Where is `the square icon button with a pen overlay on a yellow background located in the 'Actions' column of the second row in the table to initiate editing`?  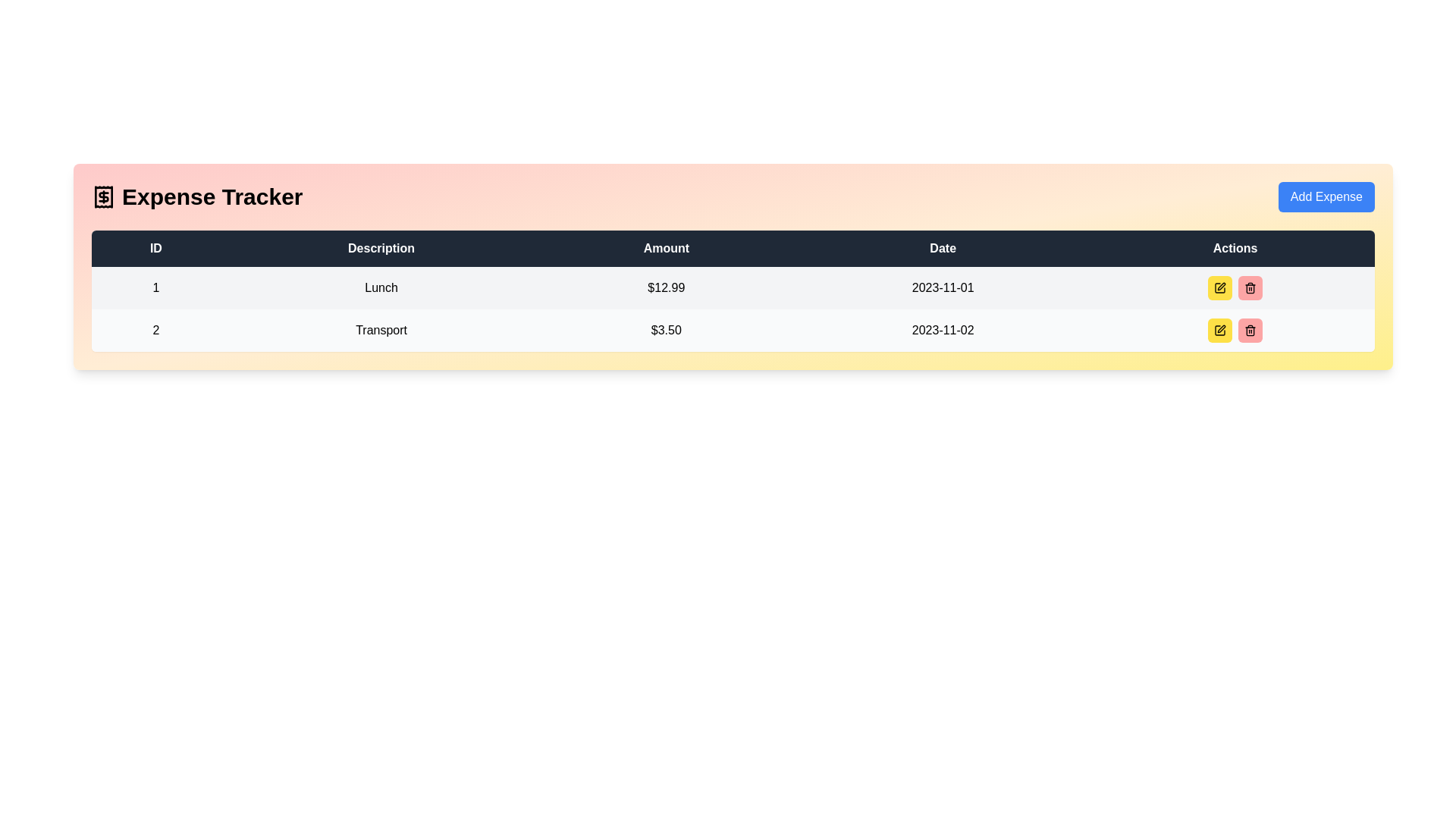
the square icon button with a pen overlay on a yellow background located in the 'Actions' column of the second row in the table to initiate editing is located at coordinates (1219, 288).